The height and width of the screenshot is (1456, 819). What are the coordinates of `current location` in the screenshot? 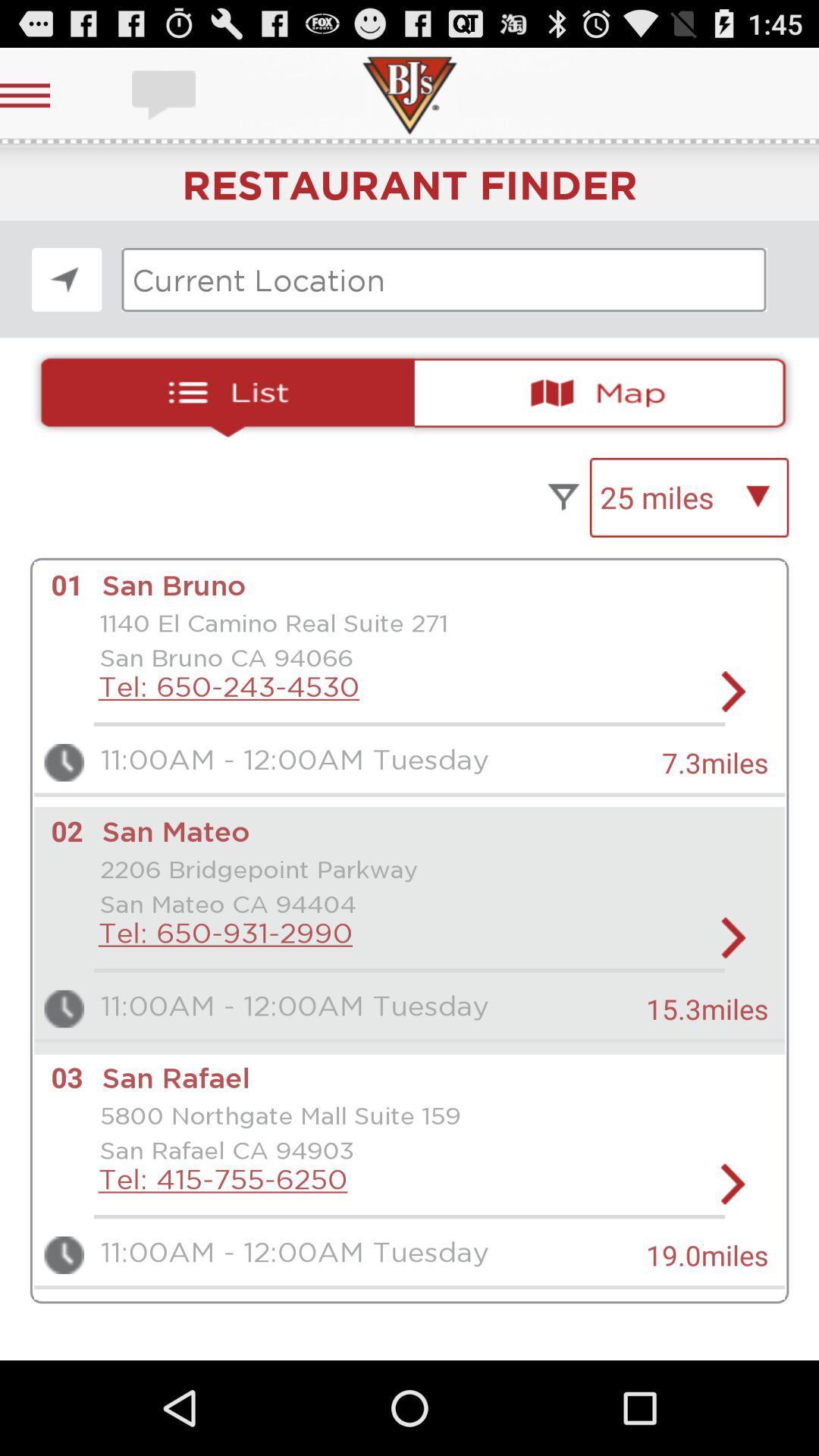 It's located at (444, 280).